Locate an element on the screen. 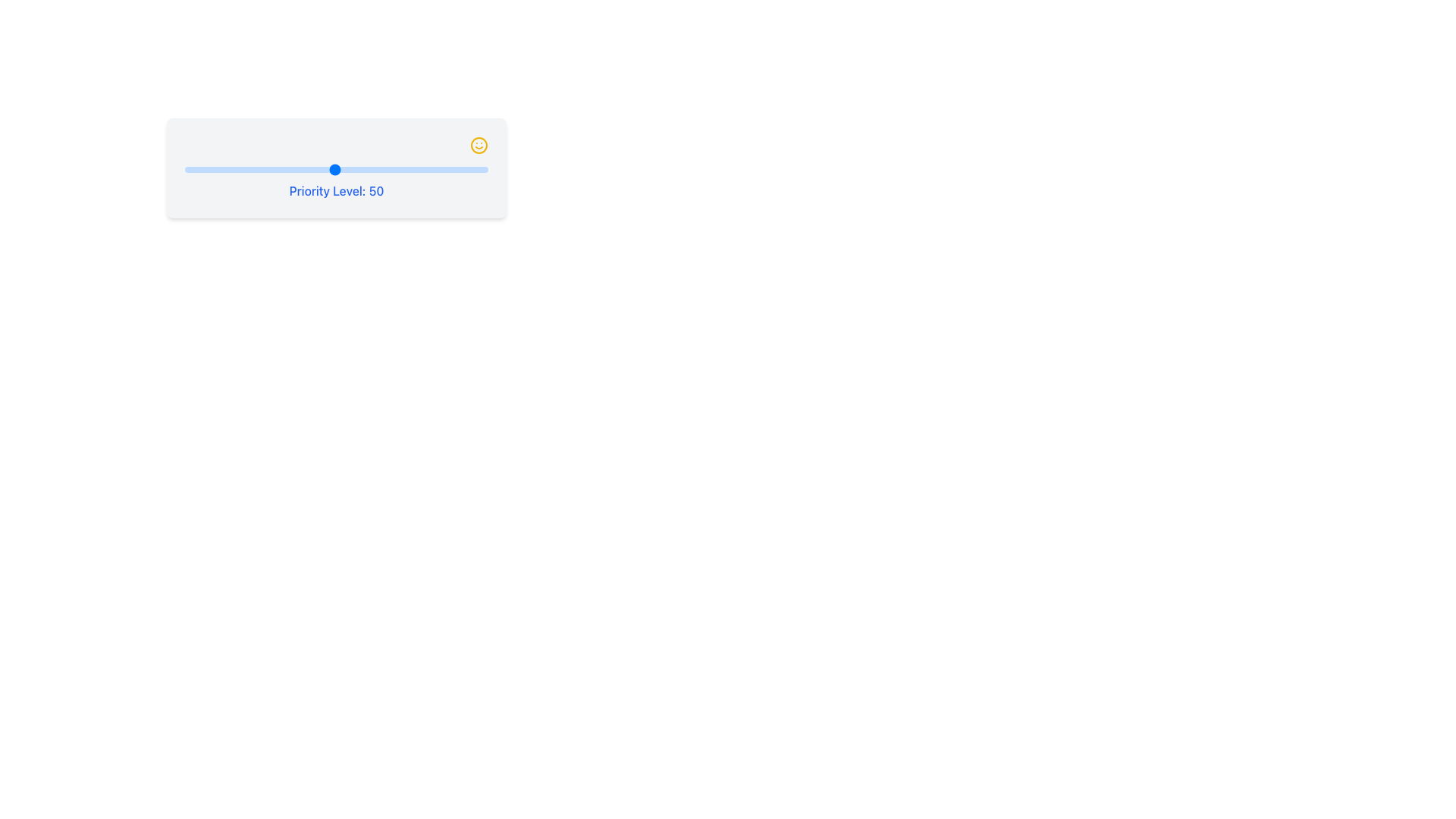 The height and width of the screenshot is (819, 1456). the priority level is located at coordinates (362, 169).